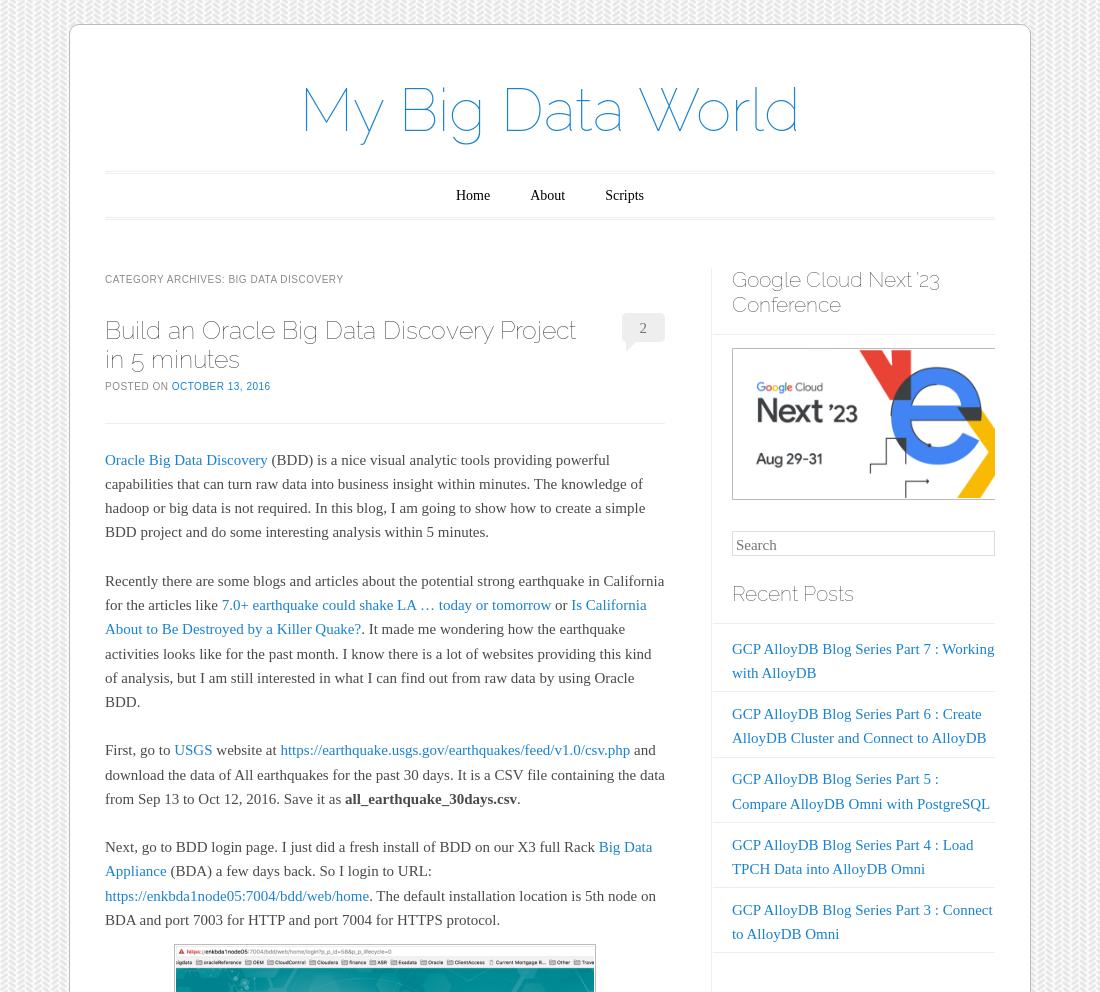 The image size is (1100, 992). What do you see at coordinates (220, 385) in the screenshot?
I see `'October 13, 2016'` at bounding box center [220, 385].